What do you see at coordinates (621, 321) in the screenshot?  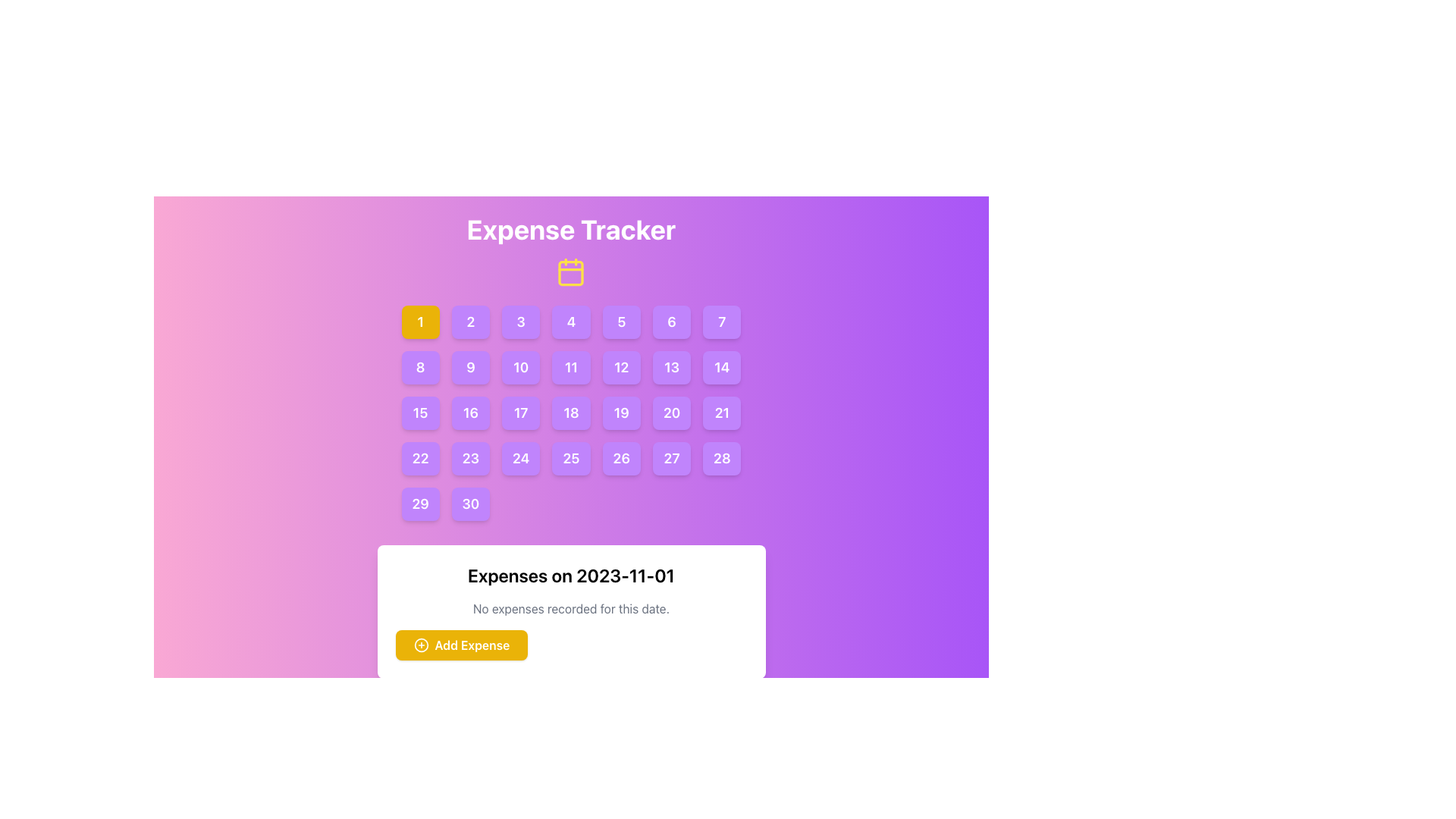 I see `the button marked '5' located centrally in the grid structure via keyboard navigation` at bounding box center [621, 321].